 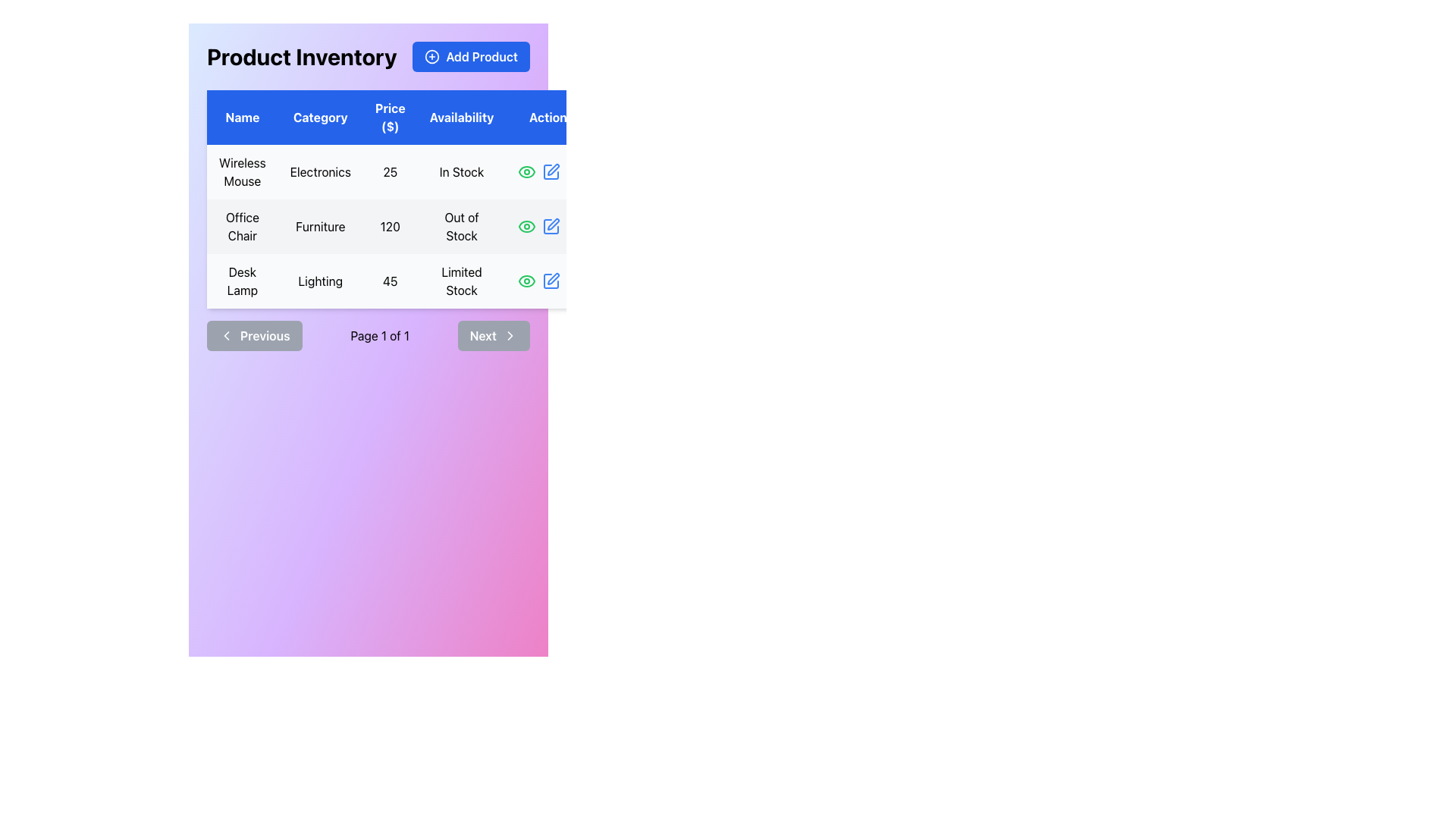 I want to click on the blue-colored button resembling a pen icon in the 'Actions' column of the first row, so click(x=551, y=171).